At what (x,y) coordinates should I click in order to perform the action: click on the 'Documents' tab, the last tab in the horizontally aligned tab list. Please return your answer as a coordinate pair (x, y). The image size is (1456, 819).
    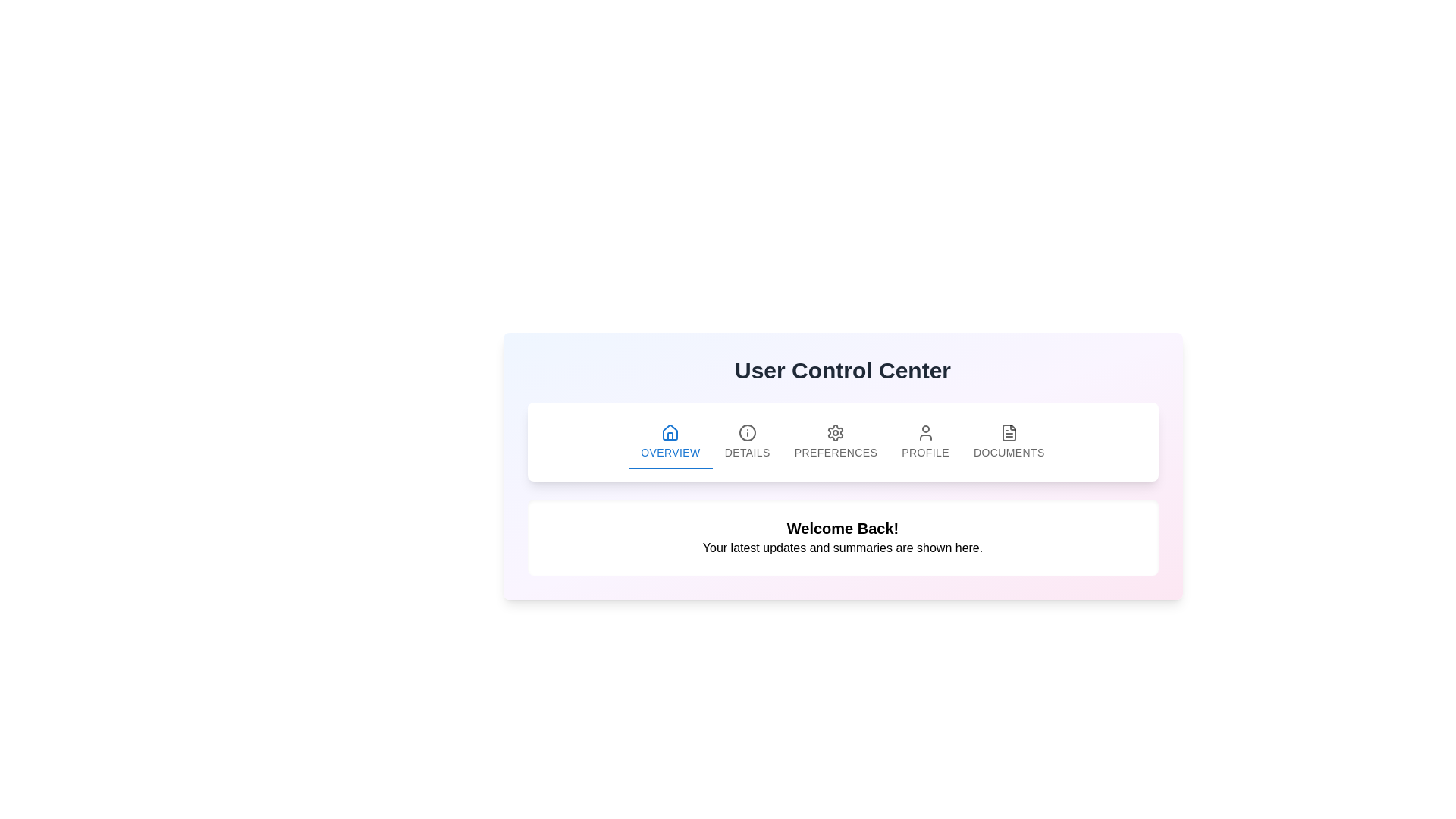
    Looking at the image, I should click on (1009, 441).